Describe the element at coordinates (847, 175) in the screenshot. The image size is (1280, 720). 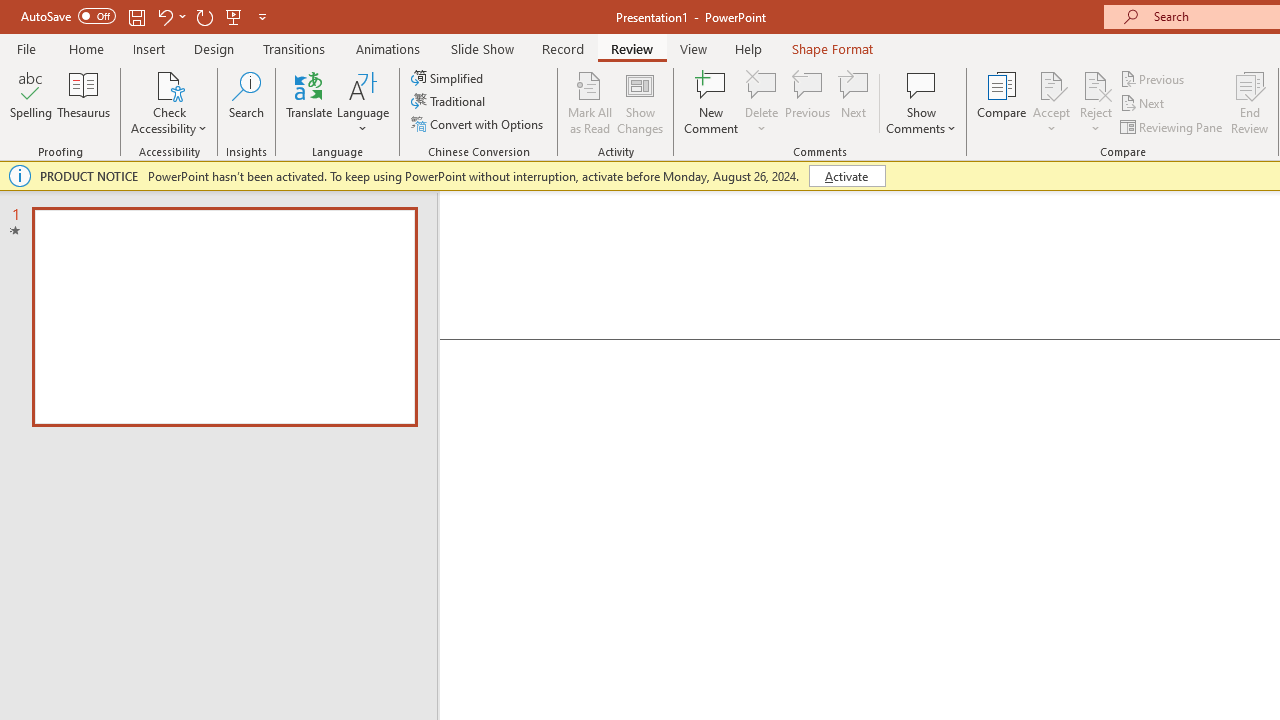
I see `'Activate'` at that location.